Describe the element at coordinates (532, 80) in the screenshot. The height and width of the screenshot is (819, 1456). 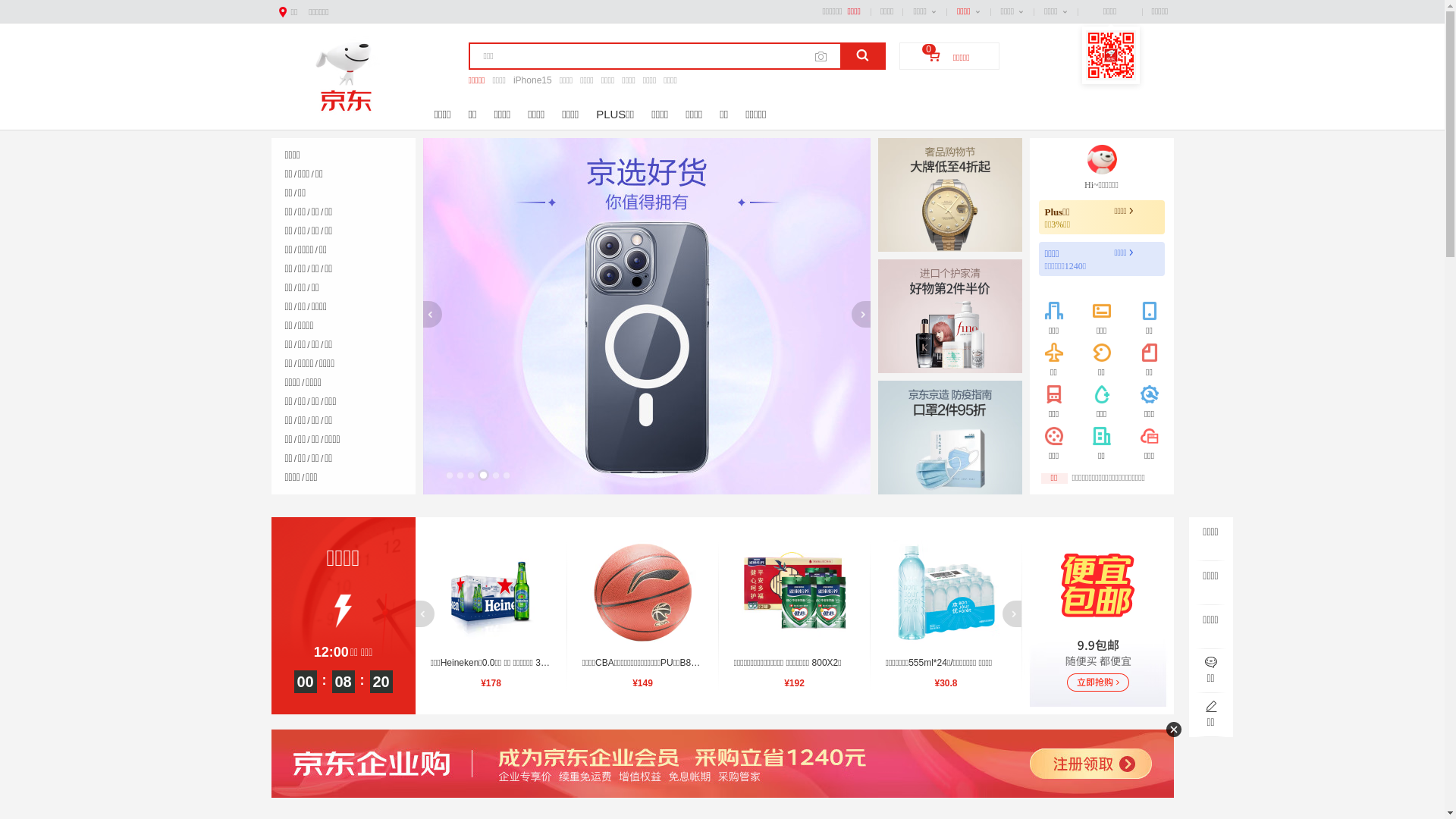
I see `'iPhone15'` at that location.